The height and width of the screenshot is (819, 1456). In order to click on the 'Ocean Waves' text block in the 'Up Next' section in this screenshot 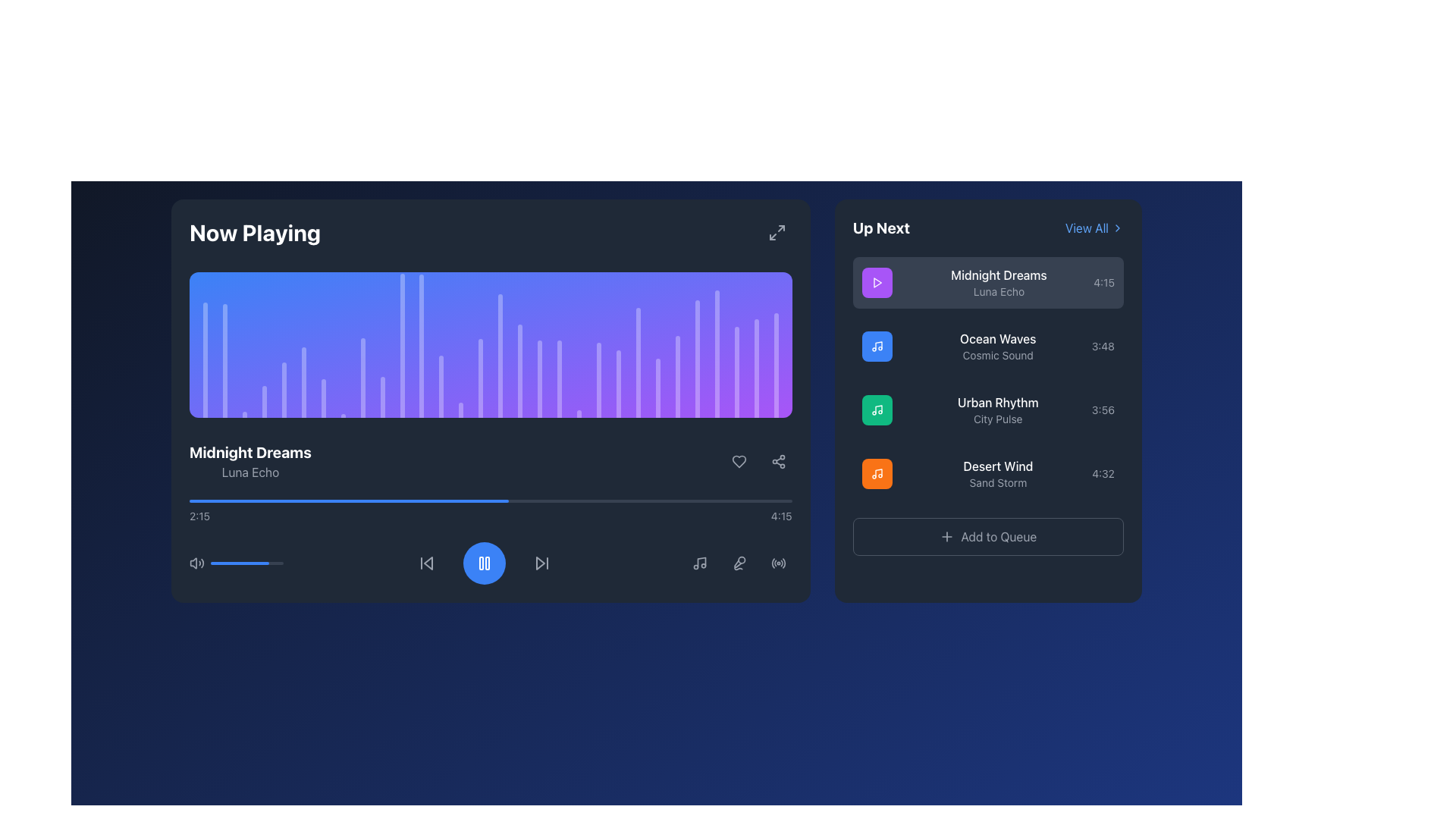, I will do `click(997, 346)`.